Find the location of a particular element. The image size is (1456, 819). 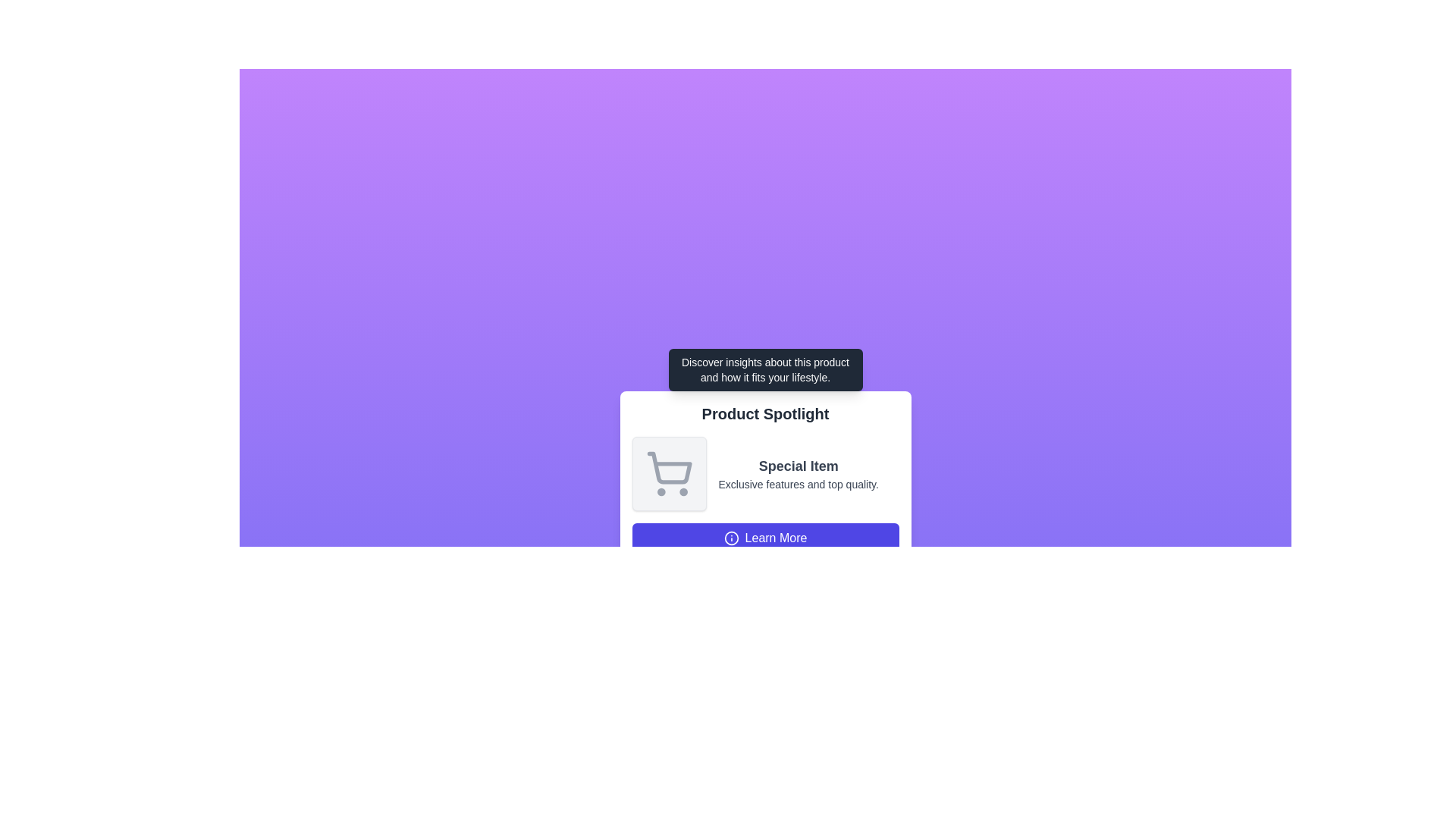

the Text Label that serves as the title or heading for the content in the white card, located beneath a black tooltip is located at coordinates (765, 414).